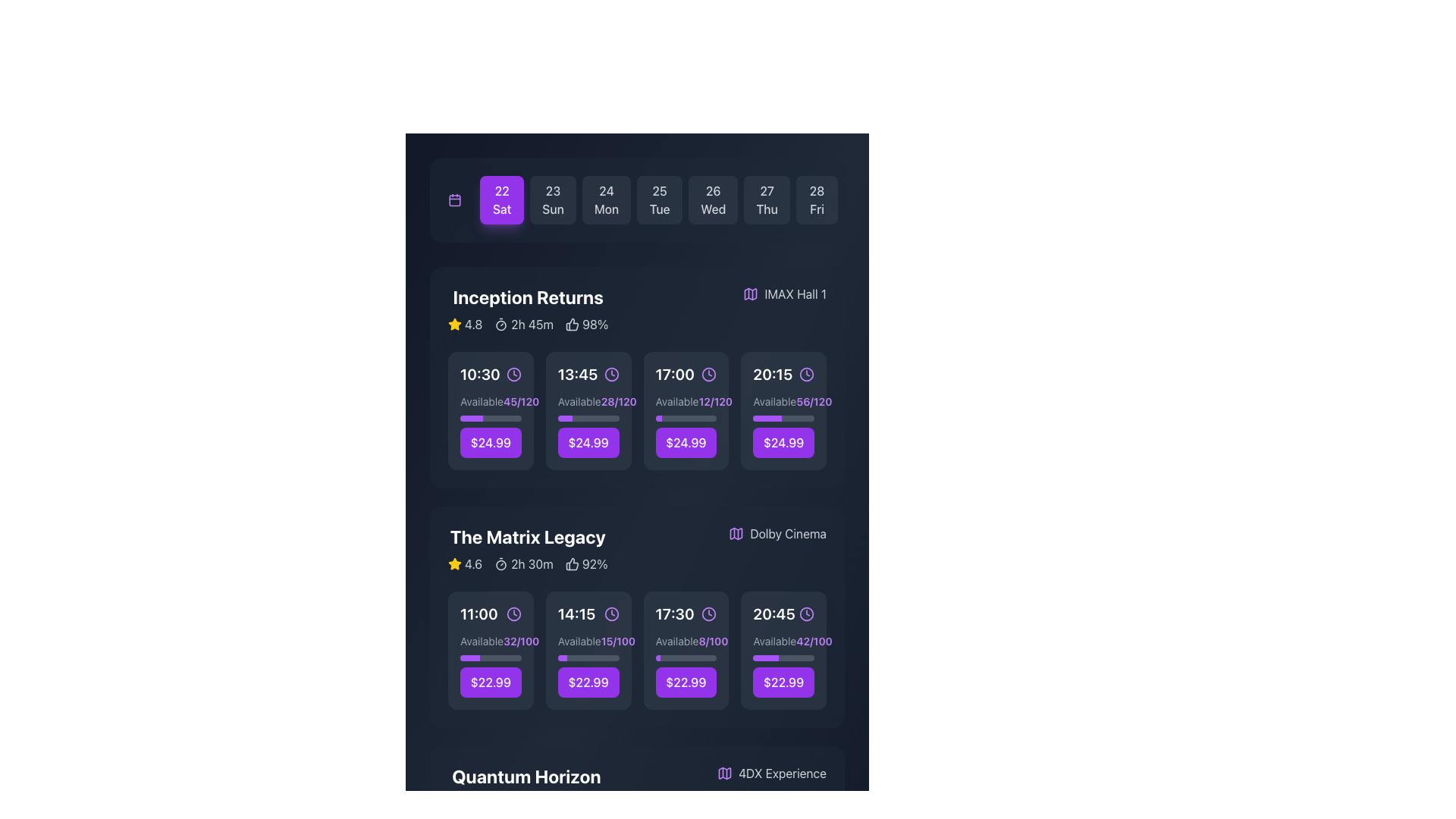 Image resolution: width=1456 pixels, height=819 pixels. What do you see at coordinates (528, 324) in the screenshot?
I see `the Data Display Component in the 'Inception Returns' section to interact with nearby elements for further actions` at bounding box center [528, 324].